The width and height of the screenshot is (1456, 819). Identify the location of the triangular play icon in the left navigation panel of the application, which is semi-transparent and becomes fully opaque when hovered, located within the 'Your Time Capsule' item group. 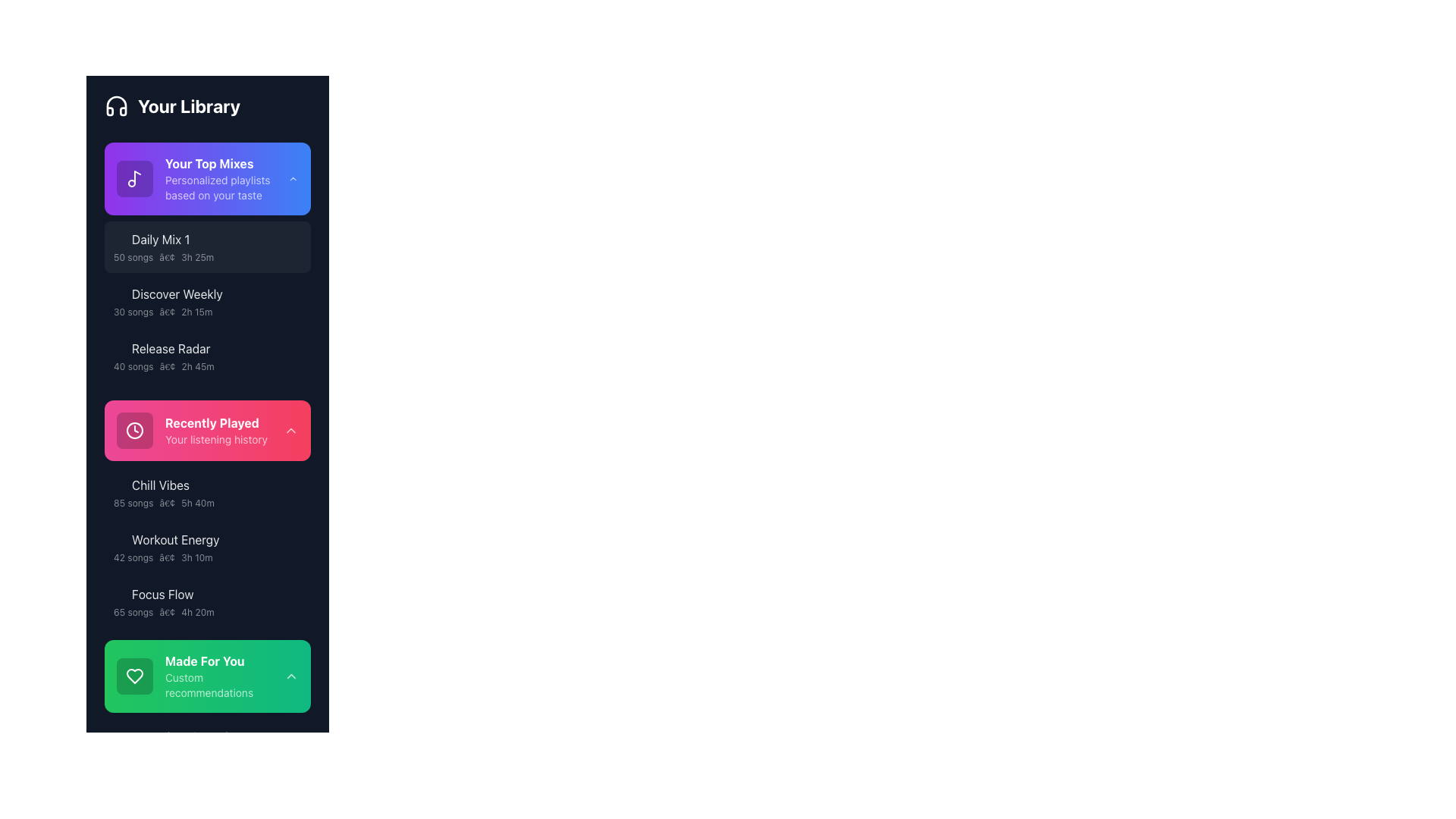
(119, 736).